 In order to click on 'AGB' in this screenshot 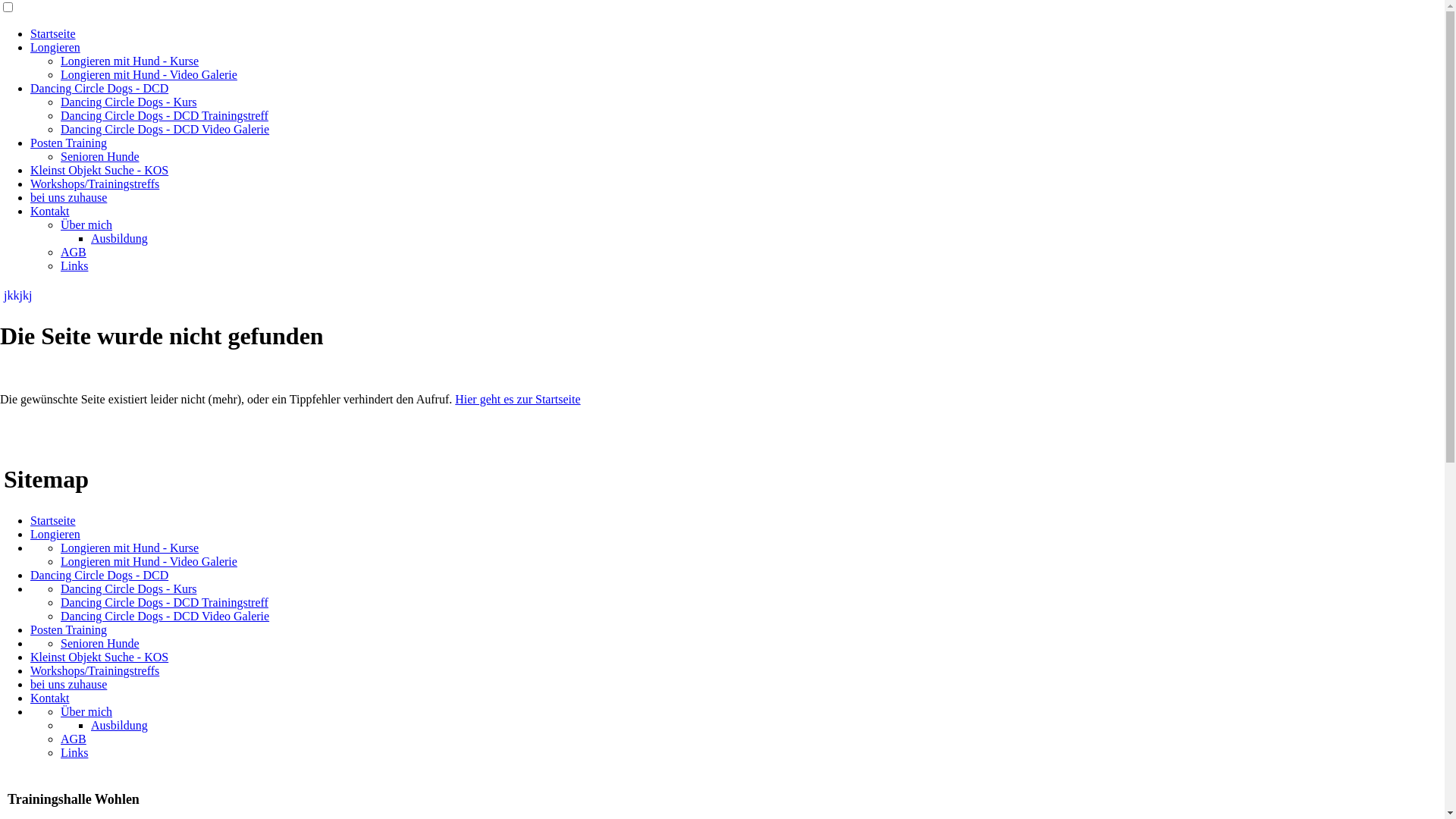, I will do `click(61, 738)`.